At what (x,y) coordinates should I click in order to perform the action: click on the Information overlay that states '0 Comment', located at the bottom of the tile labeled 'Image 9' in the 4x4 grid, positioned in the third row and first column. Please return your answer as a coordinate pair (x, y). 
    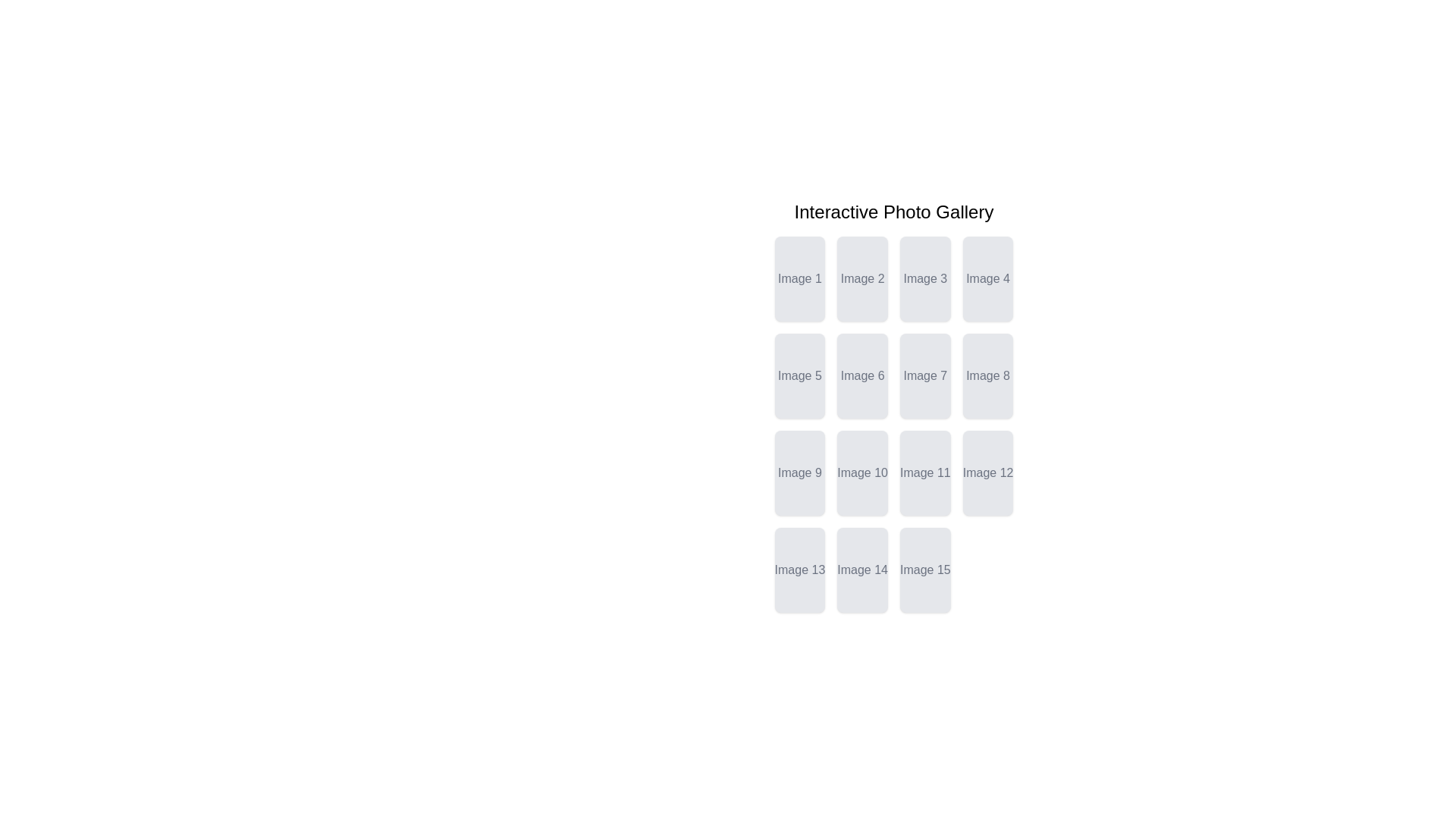
    Looking at the image, I should click on (799, 485).